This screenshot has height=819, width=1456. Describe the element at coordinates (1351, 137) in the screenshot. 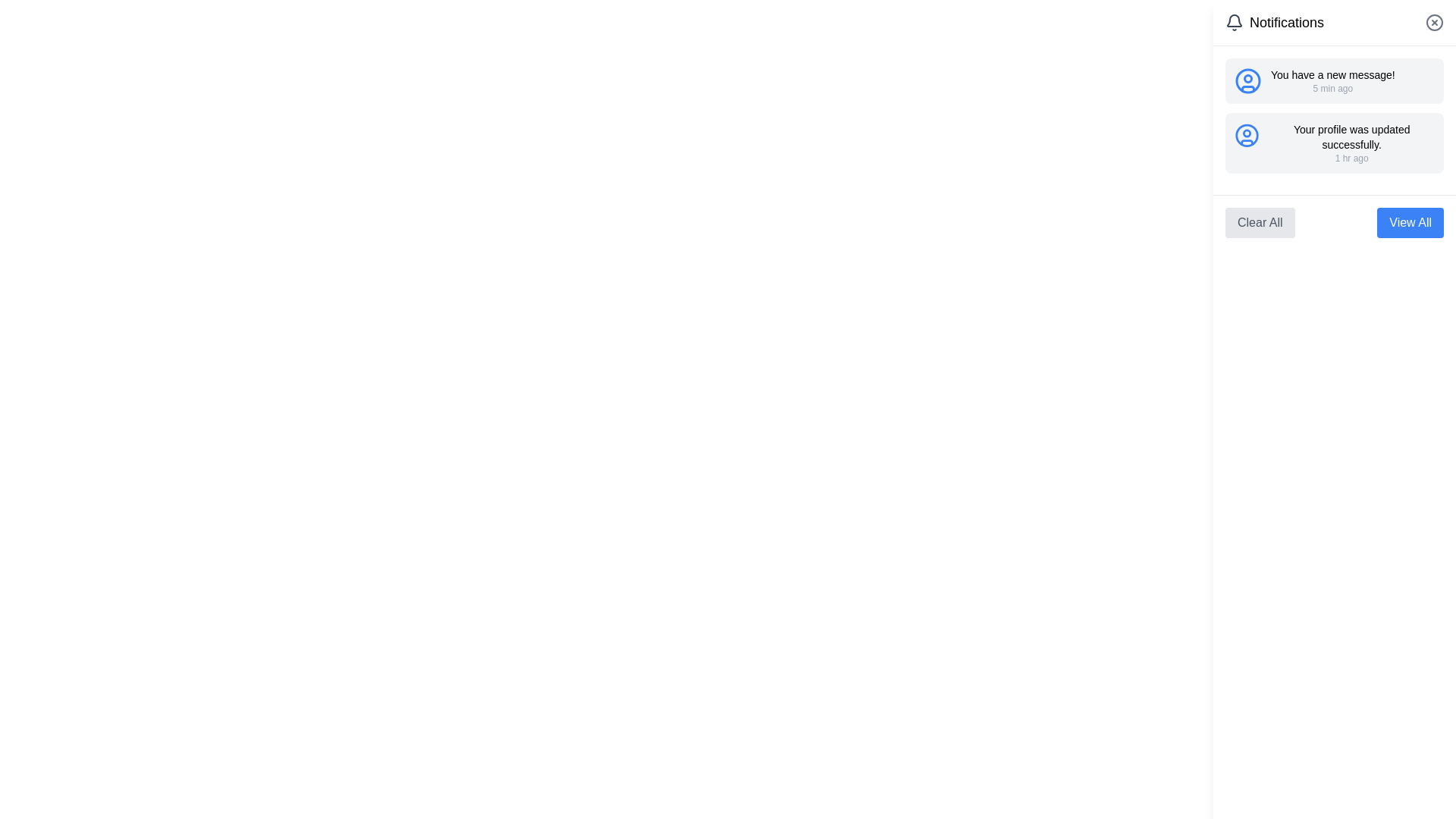

I see `the text display element that shows 'Your profile was updated successfully.' in a notification card located in the right sidebar` at that location.